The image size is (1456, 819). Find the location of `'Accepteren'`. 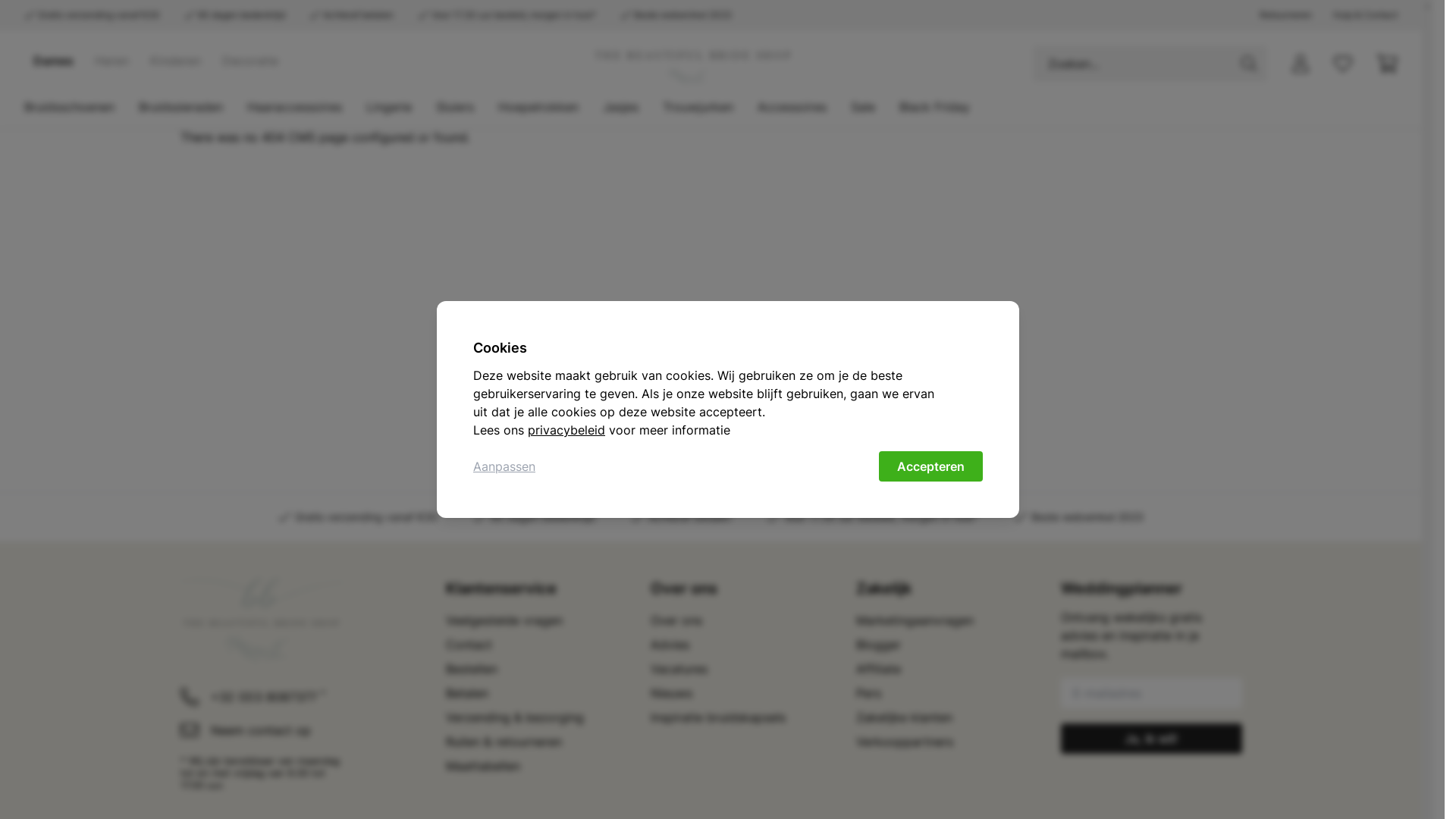

'Accepteren' is located at coordinates (930, 465).